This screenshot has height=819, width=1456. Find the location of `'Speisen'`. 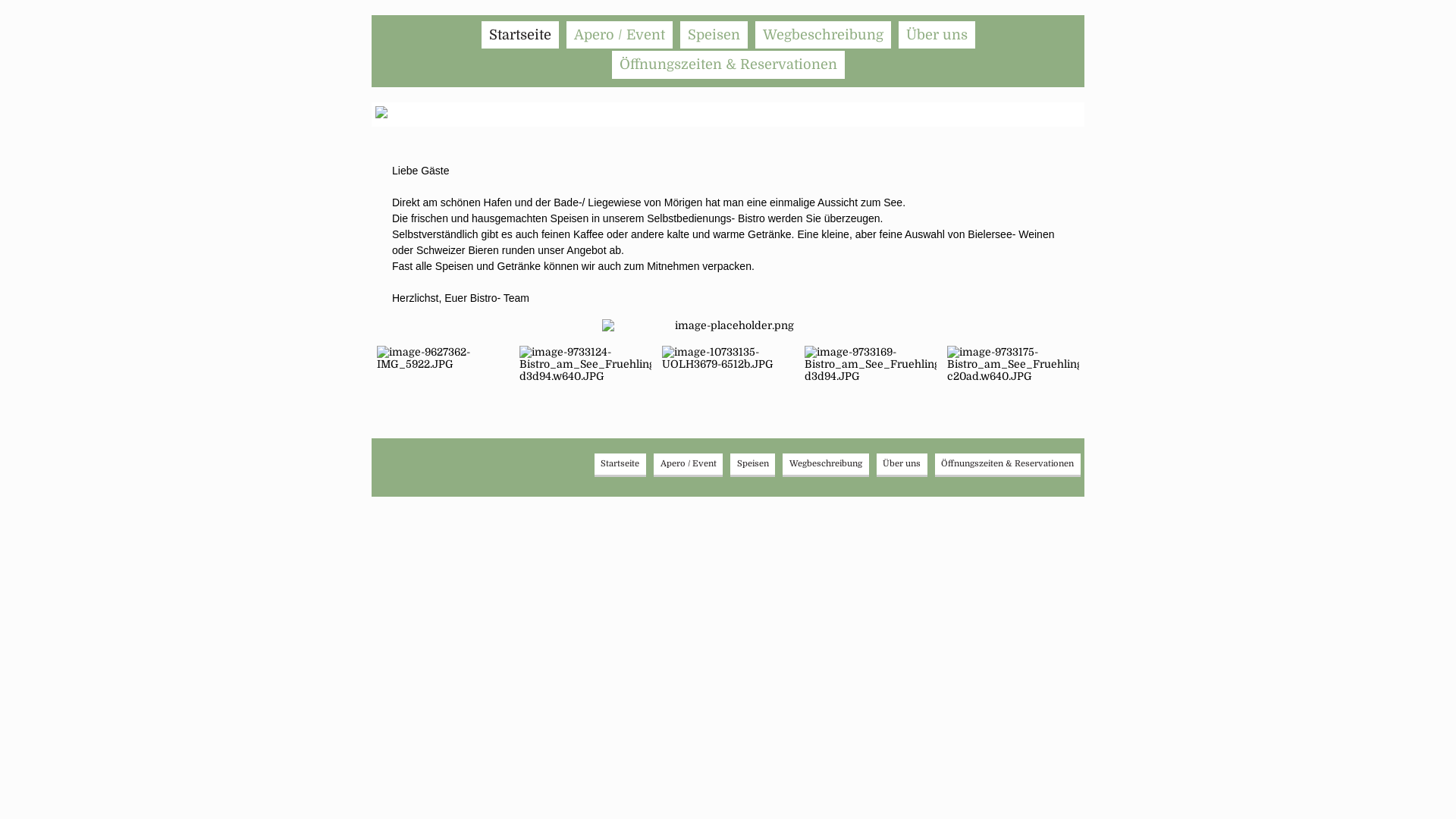

'Speisen' is located at coordinates (753, 463).